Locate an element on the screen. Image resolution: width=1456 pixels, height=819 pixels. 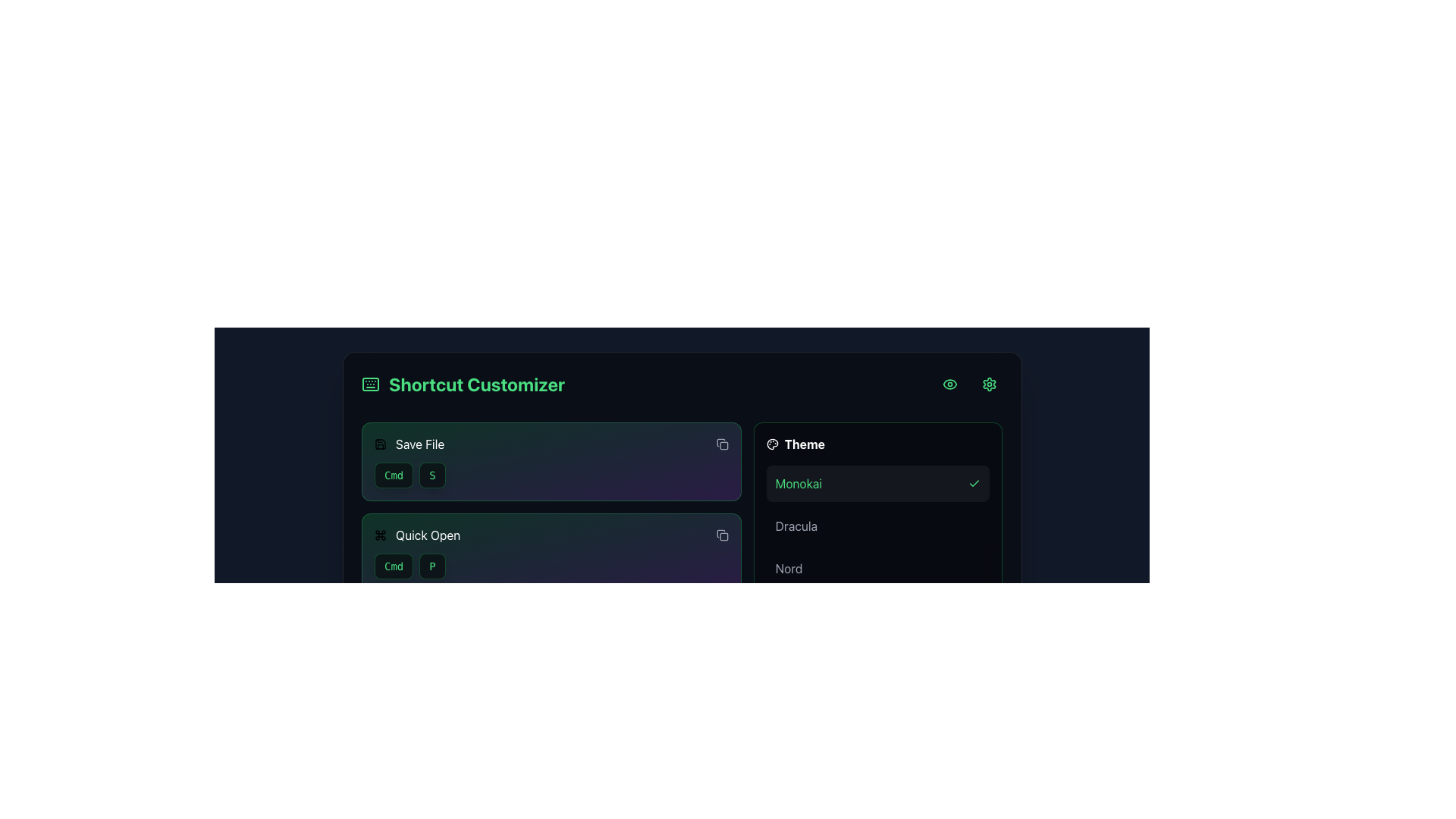
the small gray icon resembling overlapping rectangles located in the toolbar of the 'Quick Open' section is located at coordinates (721, 534).